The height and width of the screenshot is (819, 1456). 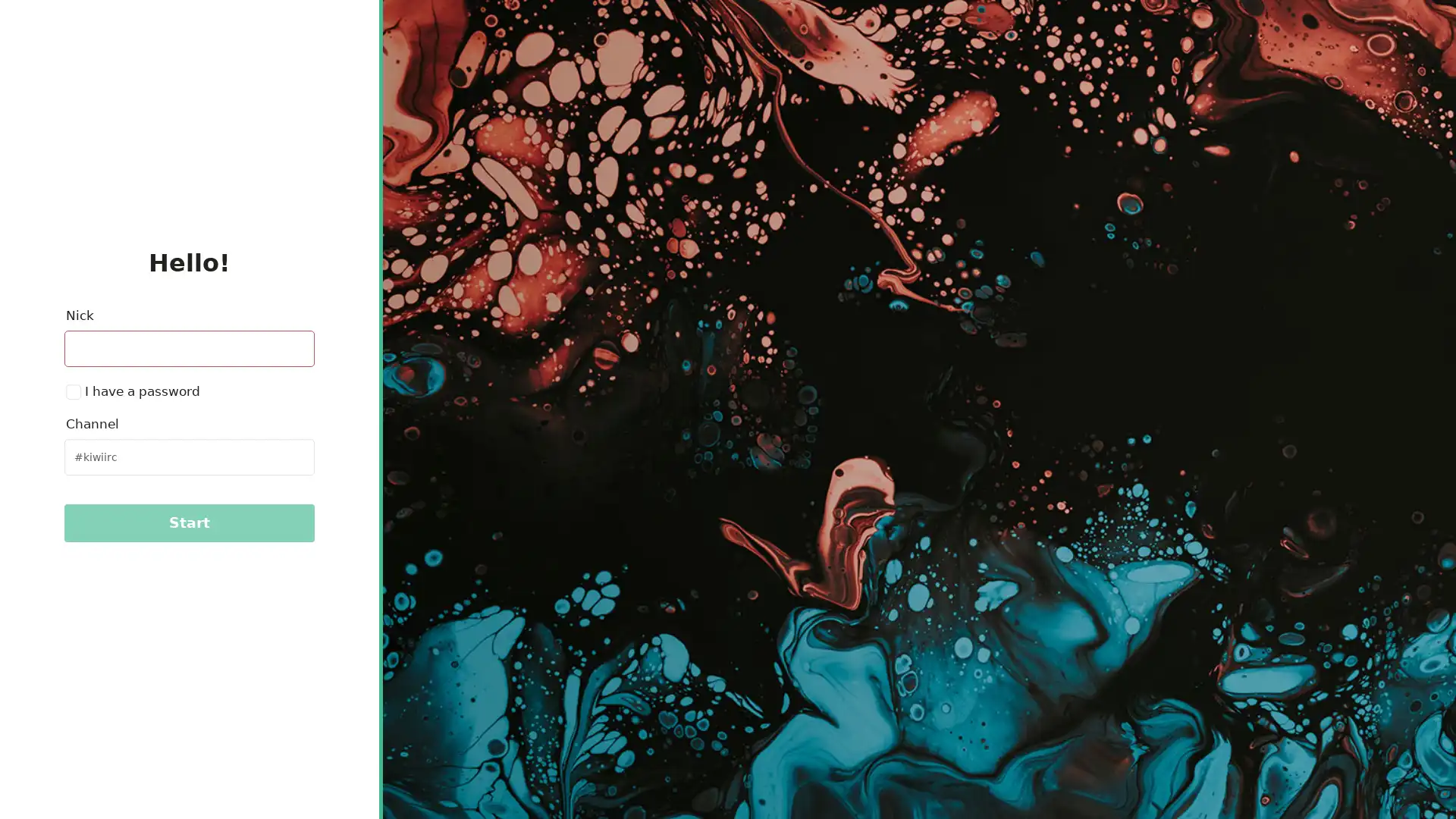 What do you see at coordinates (188, 522) in the screenshot?
I see `Start` at bounding box center [188, 522].